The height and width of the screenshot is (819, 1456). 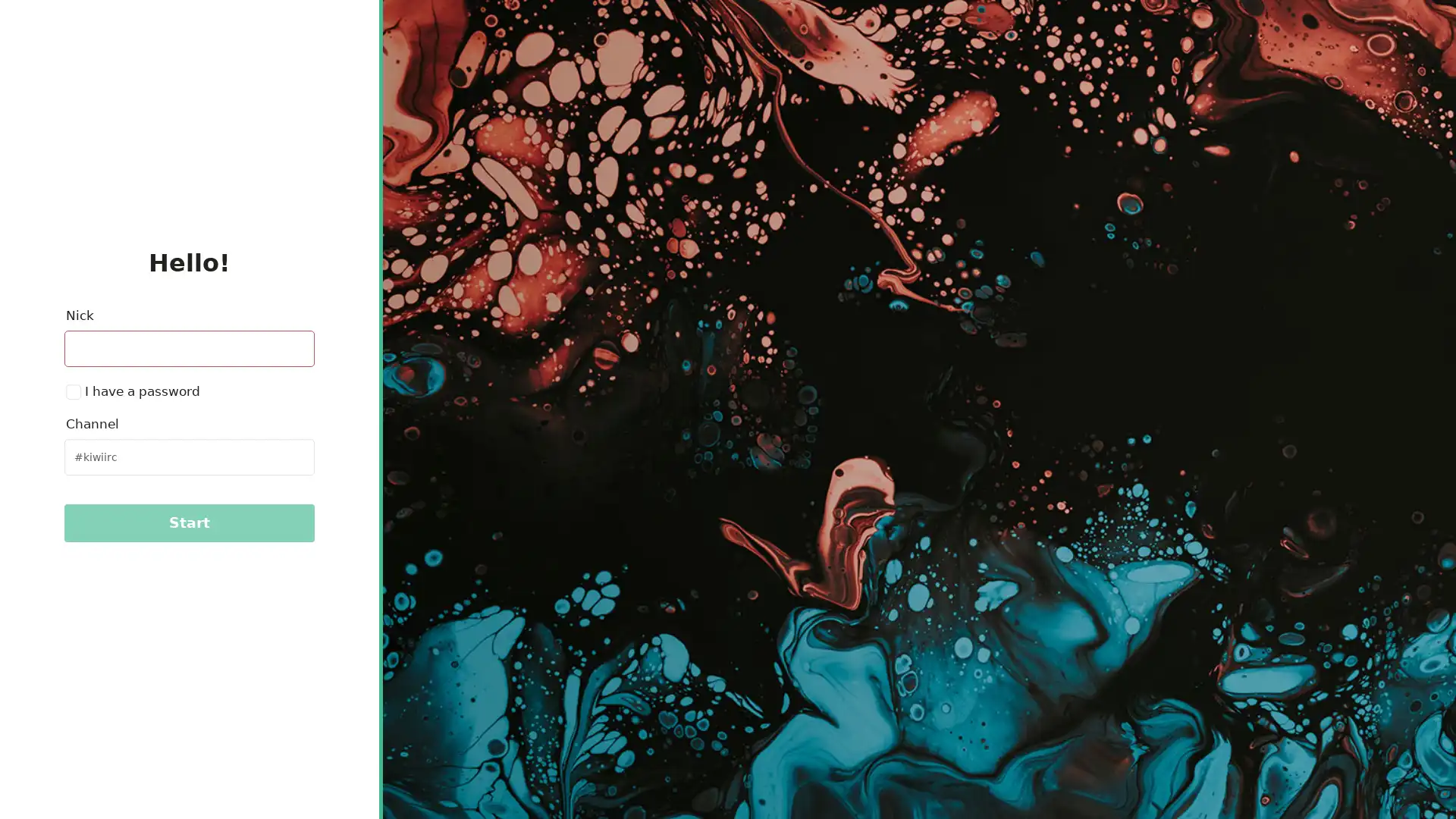 What do you see at coordinates (188, 522) in the screenshot?
I see `Start` at bounding box center [188, 522].